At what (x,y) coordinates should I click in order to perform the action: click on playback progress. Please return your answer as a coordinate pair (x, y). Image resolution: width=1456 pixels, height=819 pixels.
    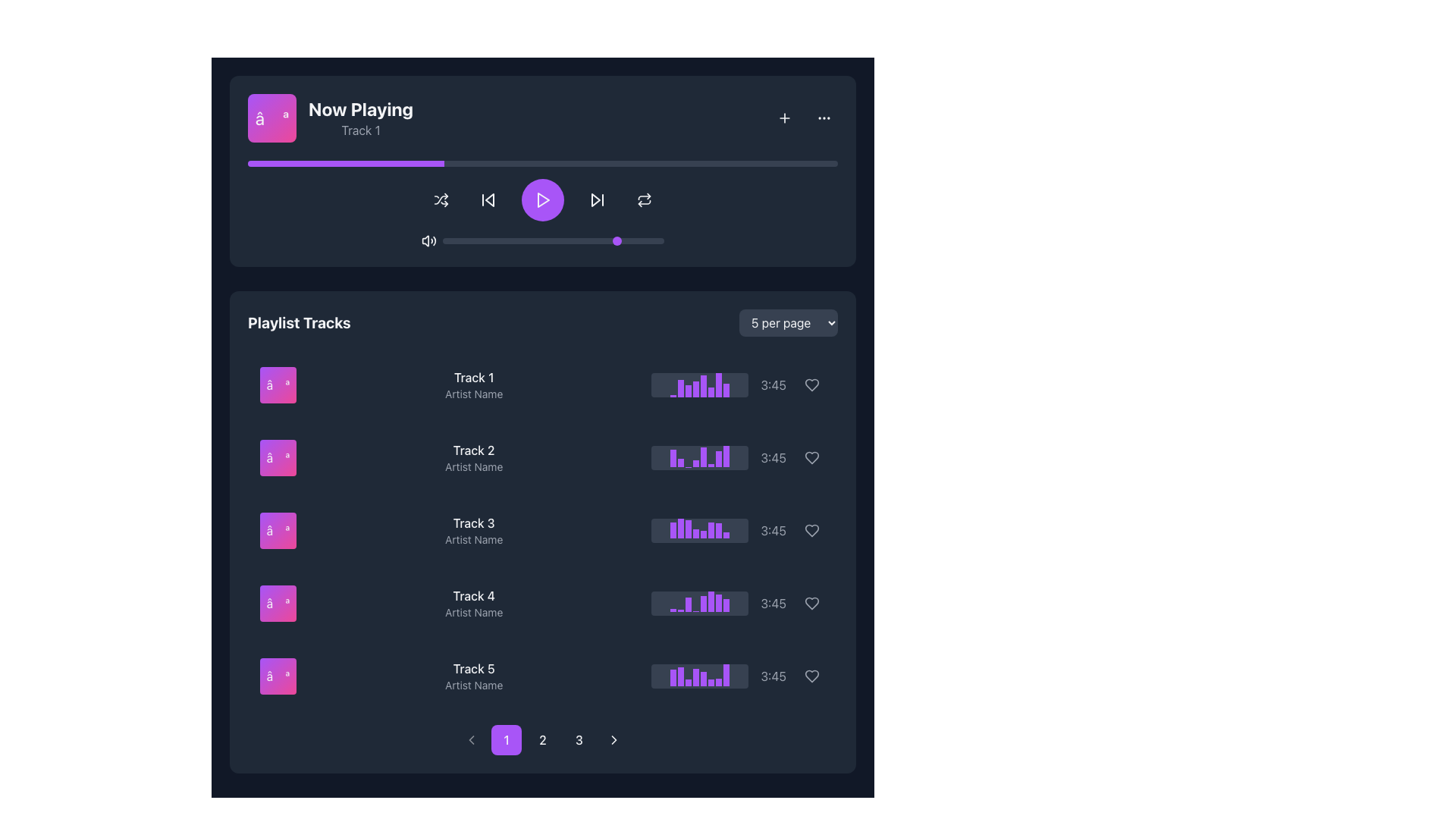
    Looking at the image, I should click on (413, 164).